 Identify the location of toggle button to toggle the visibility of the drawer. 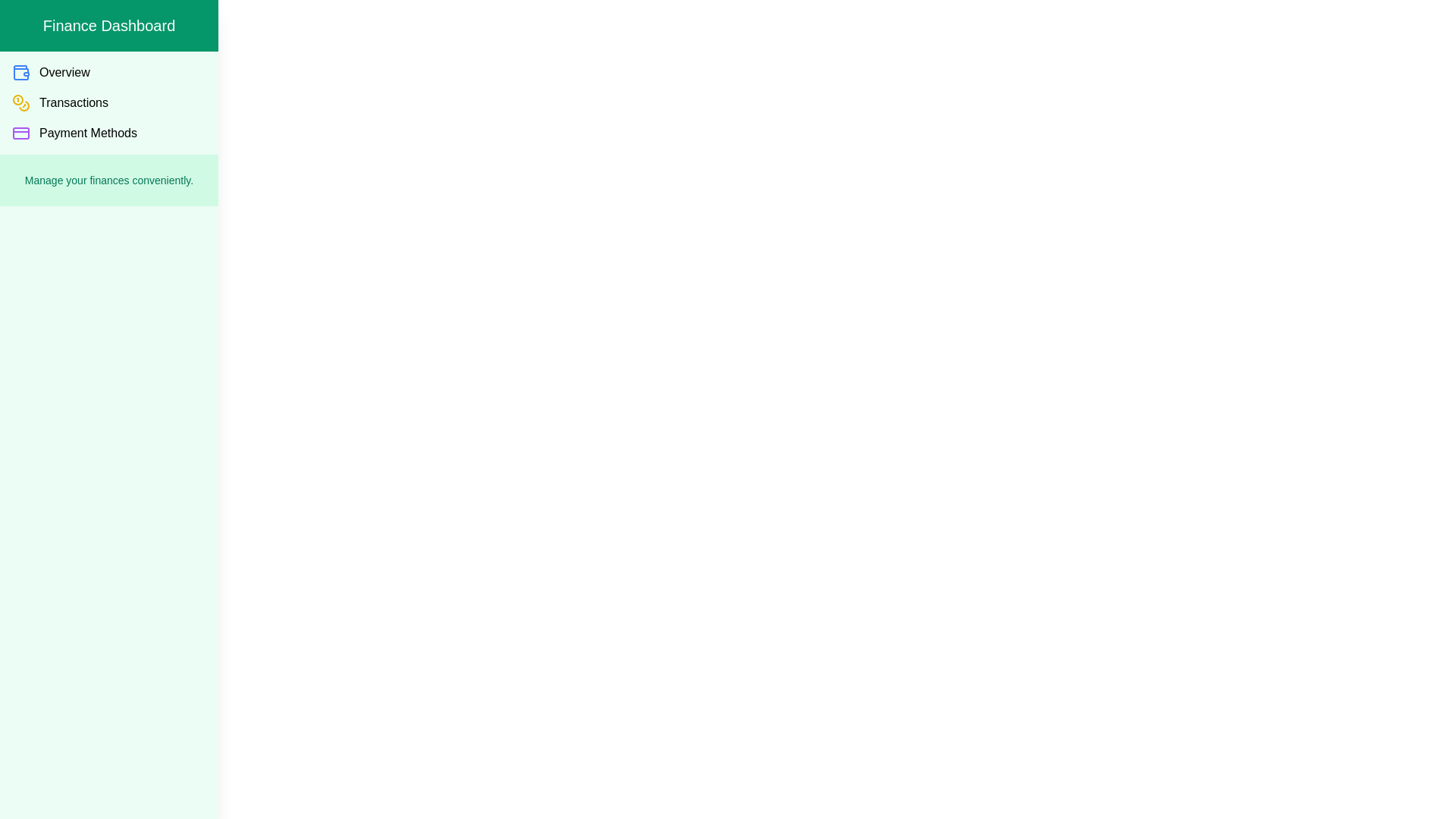
(29, 29).